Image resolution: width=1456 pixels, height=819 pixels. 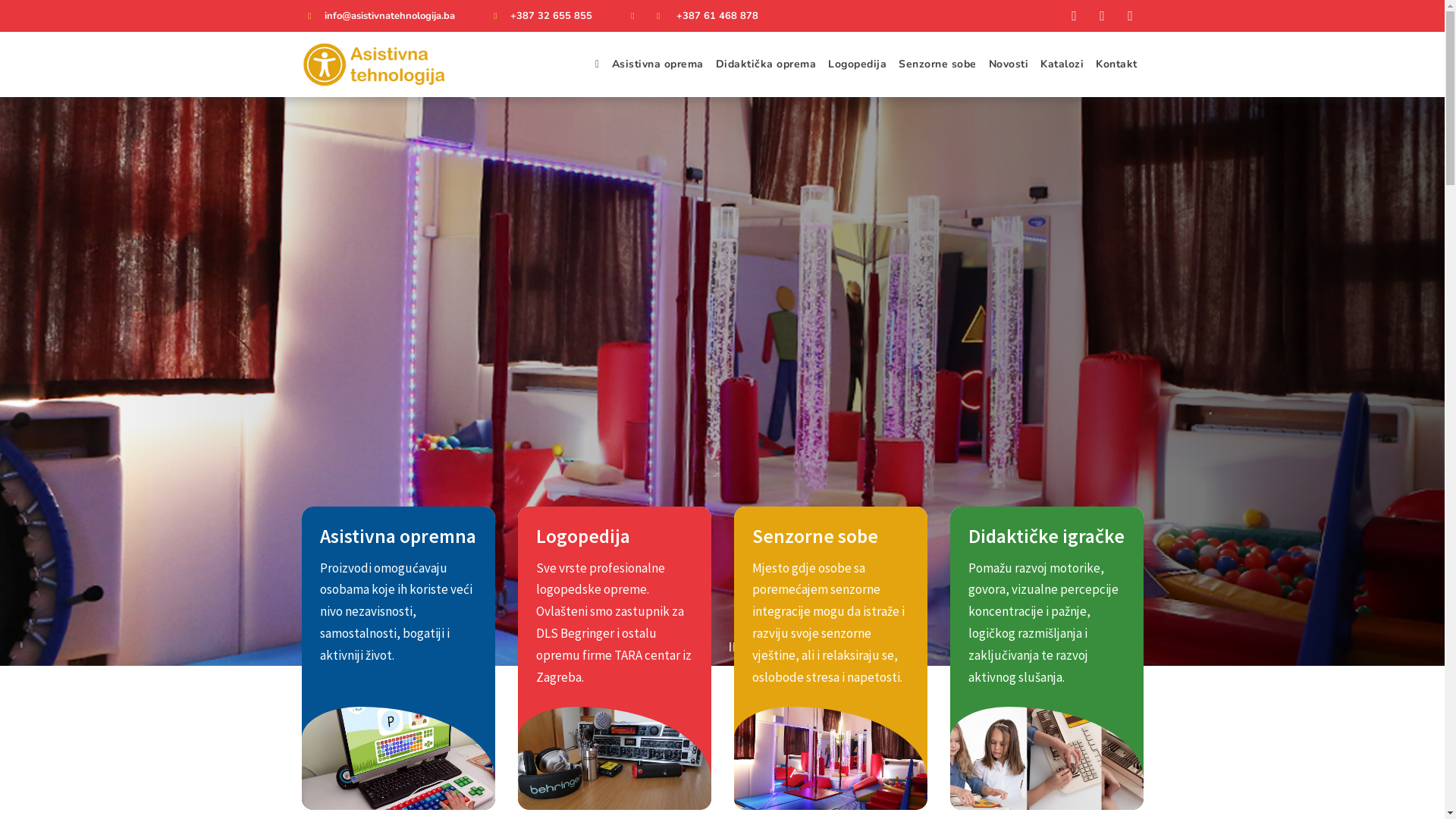 I want to click on 'Senzorne sobe', so click(x=937, y=63).